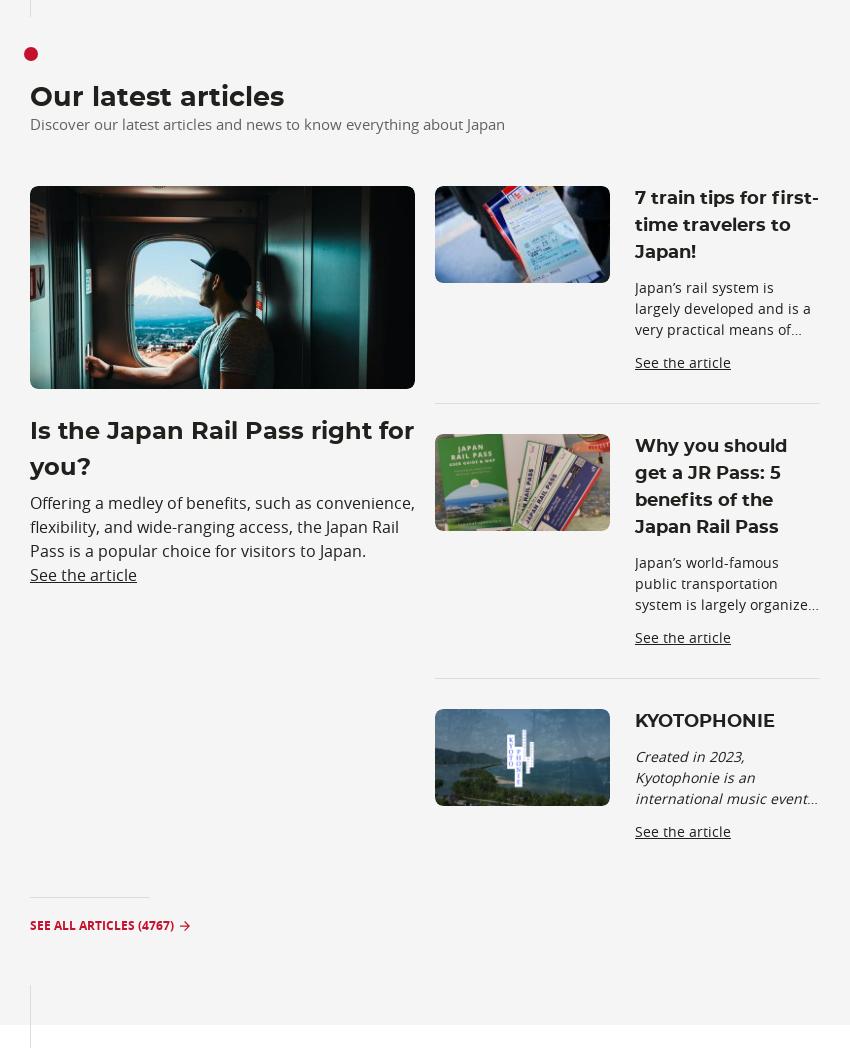 The image size is (850, 1048). I want to click on ', and this same organization issues a special transit tick', so click(727, 667).